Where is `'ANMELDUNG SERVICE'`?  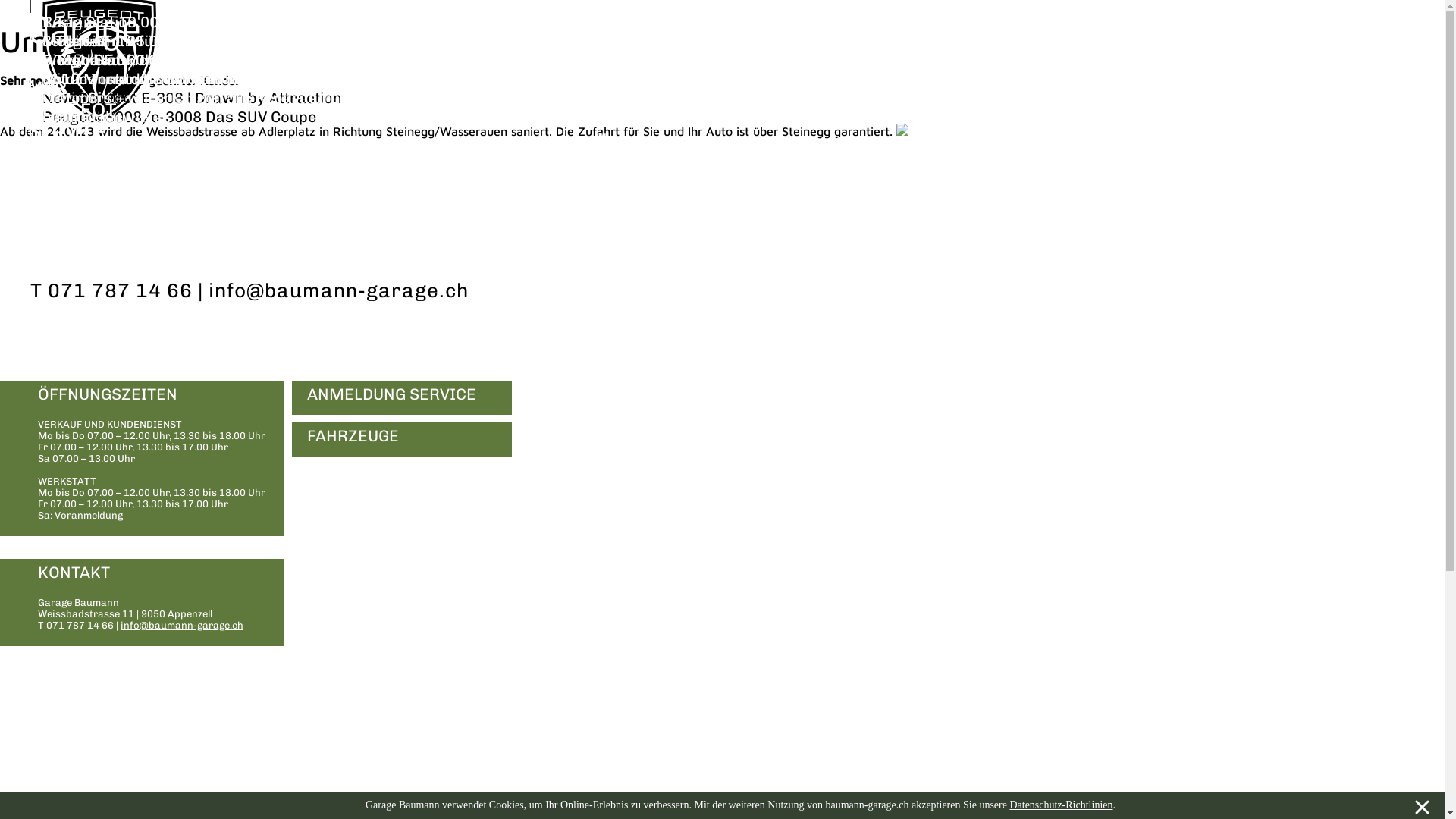 'ANMELDUNG SERVICE' is located at coordinates (401, 397).